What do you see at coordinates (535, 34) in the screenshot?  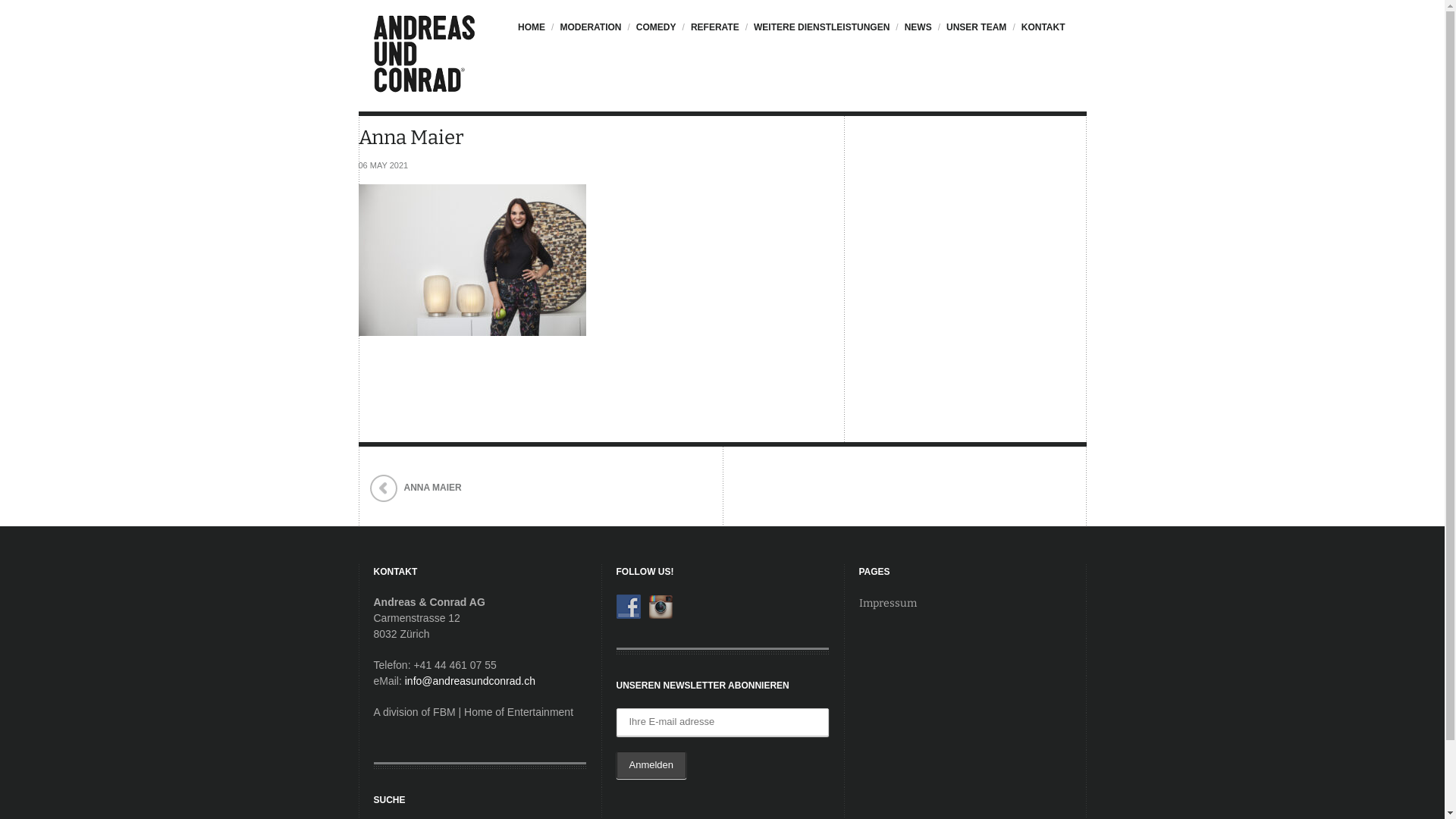 I see `'HOME'` at bounding box center [535, 34].